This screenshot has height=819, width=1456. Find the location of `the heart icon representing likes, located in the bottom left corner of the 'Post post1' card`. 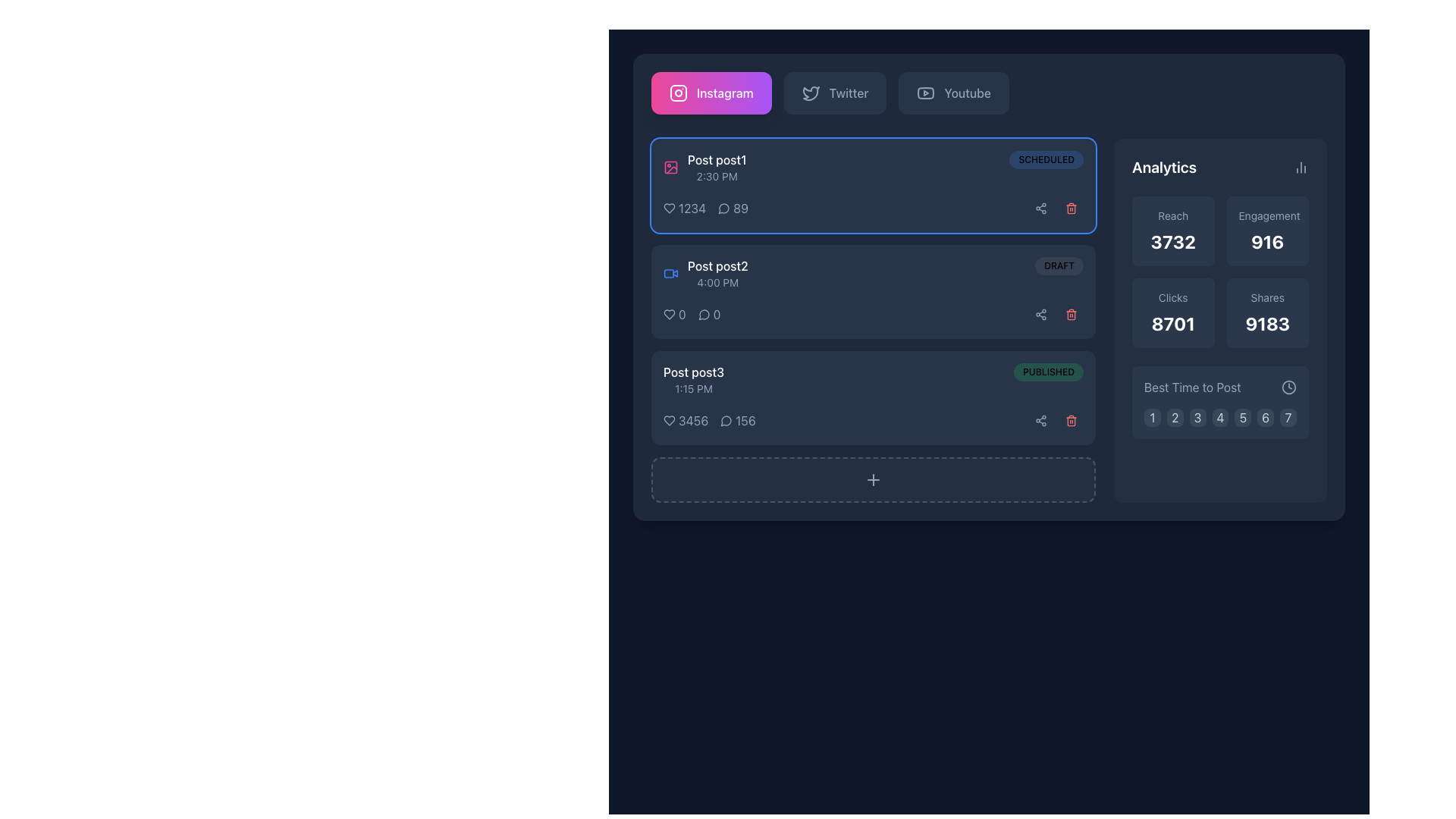

the heart icon representing likes, located in the bottom left corner of the 'Post post1' card is located at coordinates (669, 208).